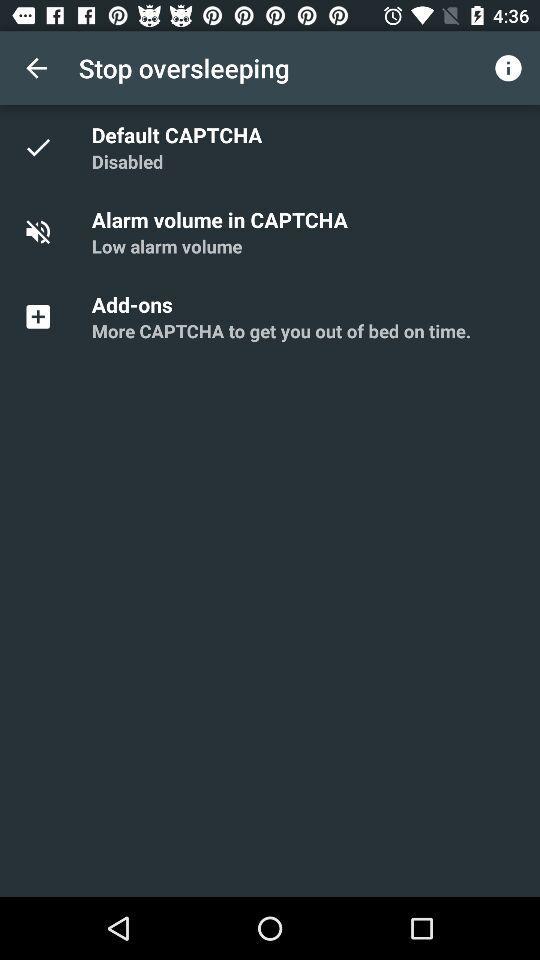 This screenshot has width=540, height=960. I want to click on the more captcha to at the center, so click(280, 331).